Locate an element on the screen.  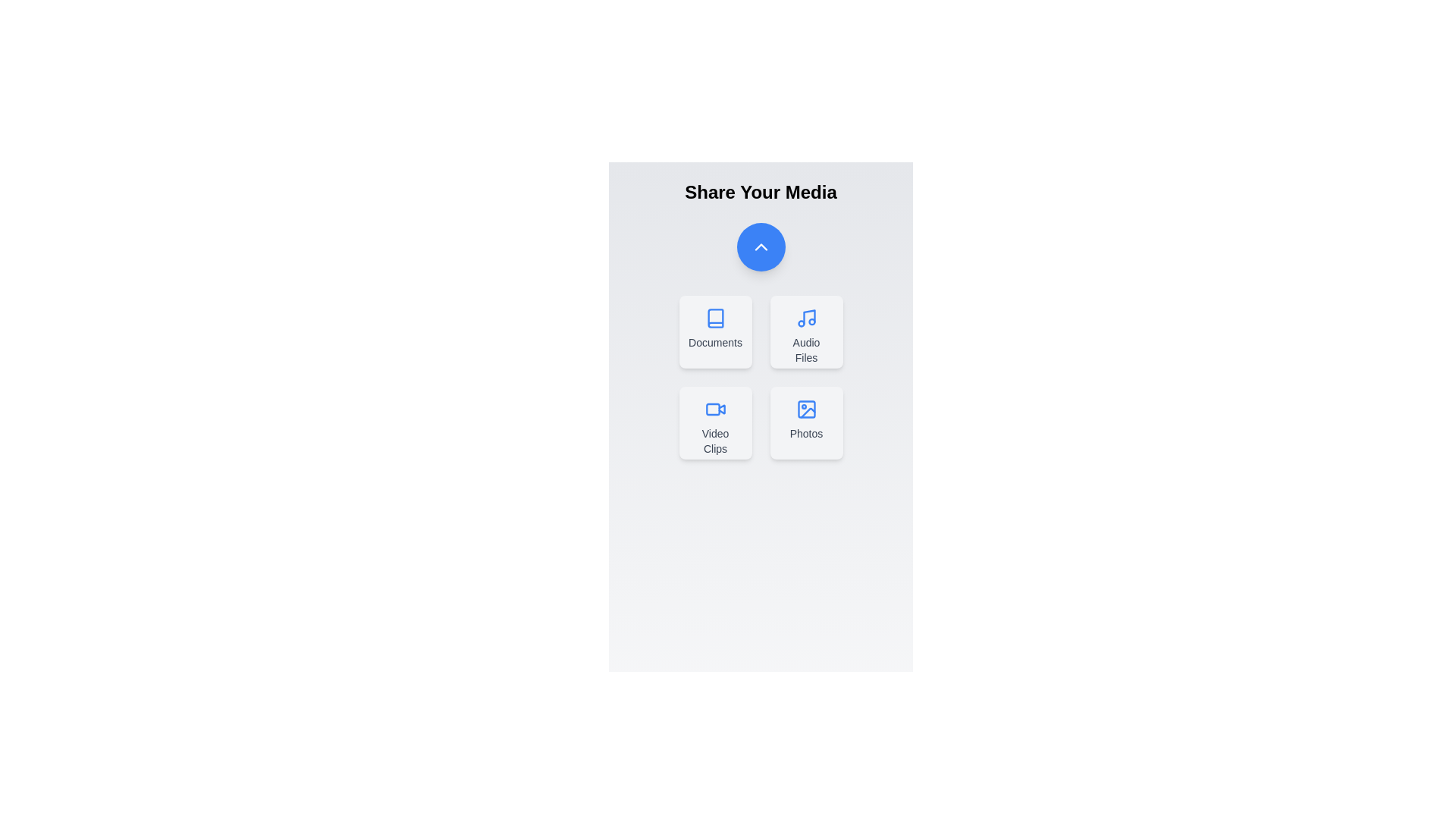
the text label for Audio Files is located at coordinates (805, 350).